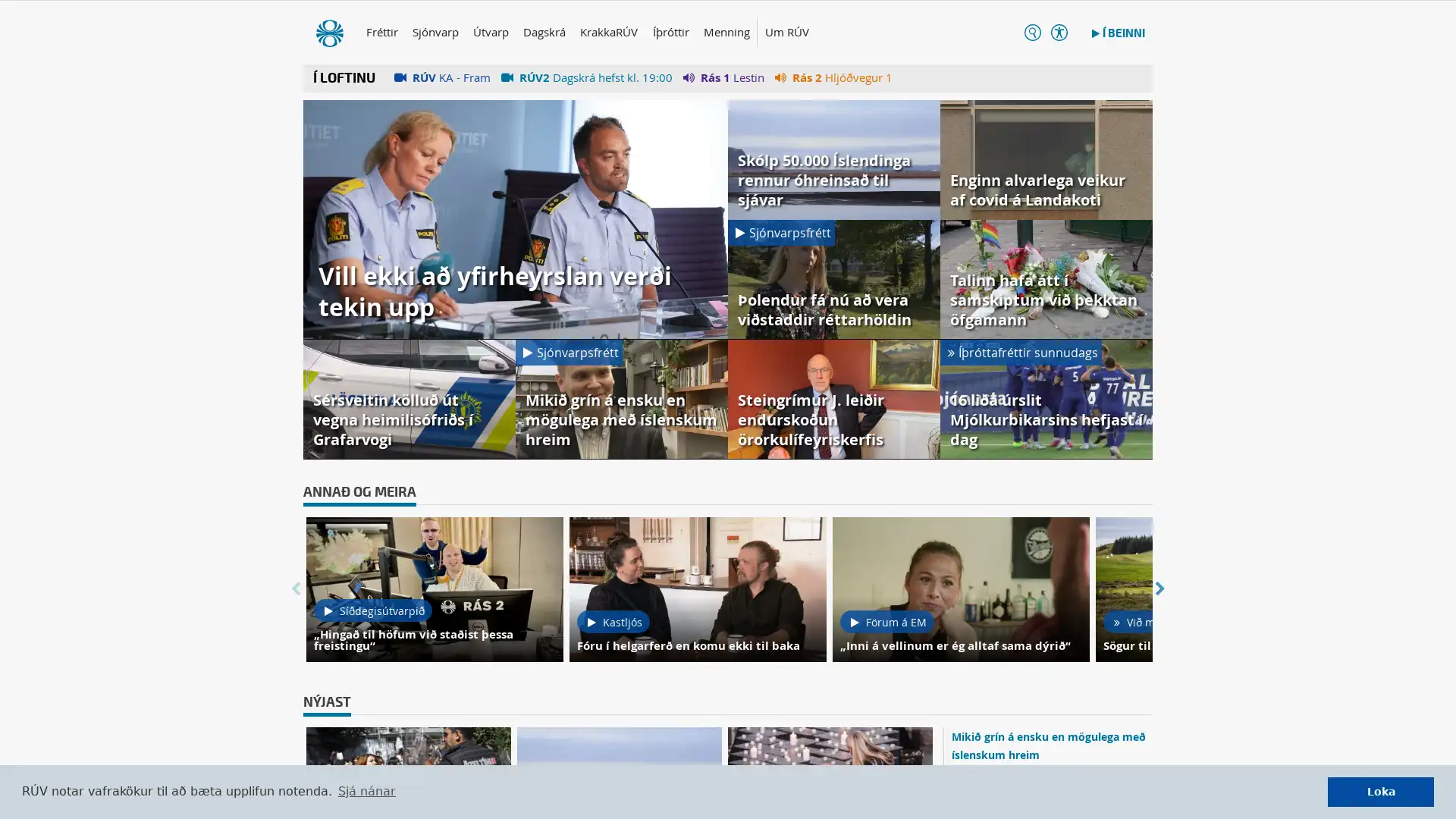 The height and width of the screenshot is (819, 1456). What do you see at coordinates (366, 791) in the screenshot?
I see `learn more about cookies` at bounding box center [366, 791].